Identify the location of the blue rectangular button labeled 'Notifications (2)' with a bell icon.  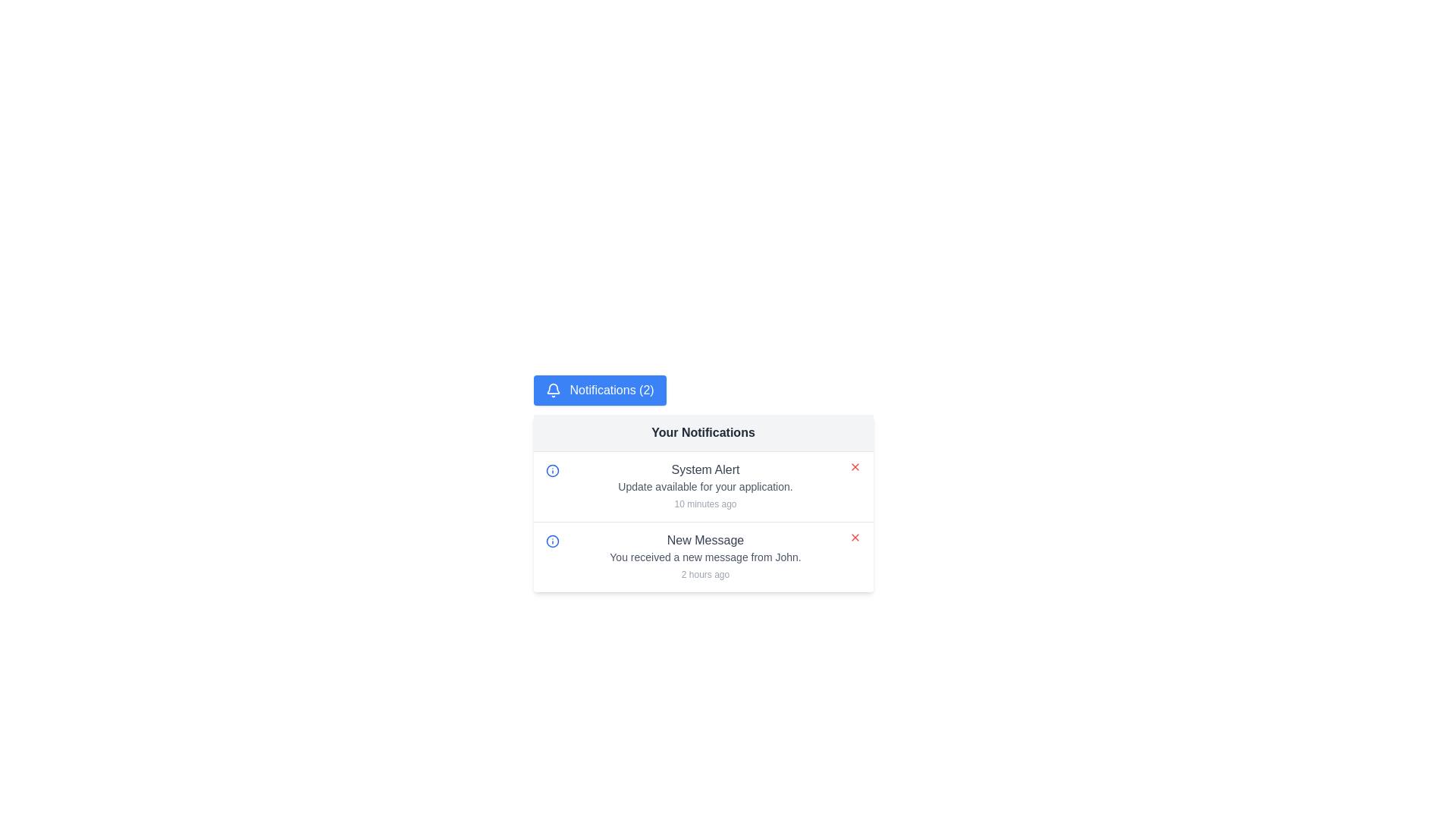
(599, 390).